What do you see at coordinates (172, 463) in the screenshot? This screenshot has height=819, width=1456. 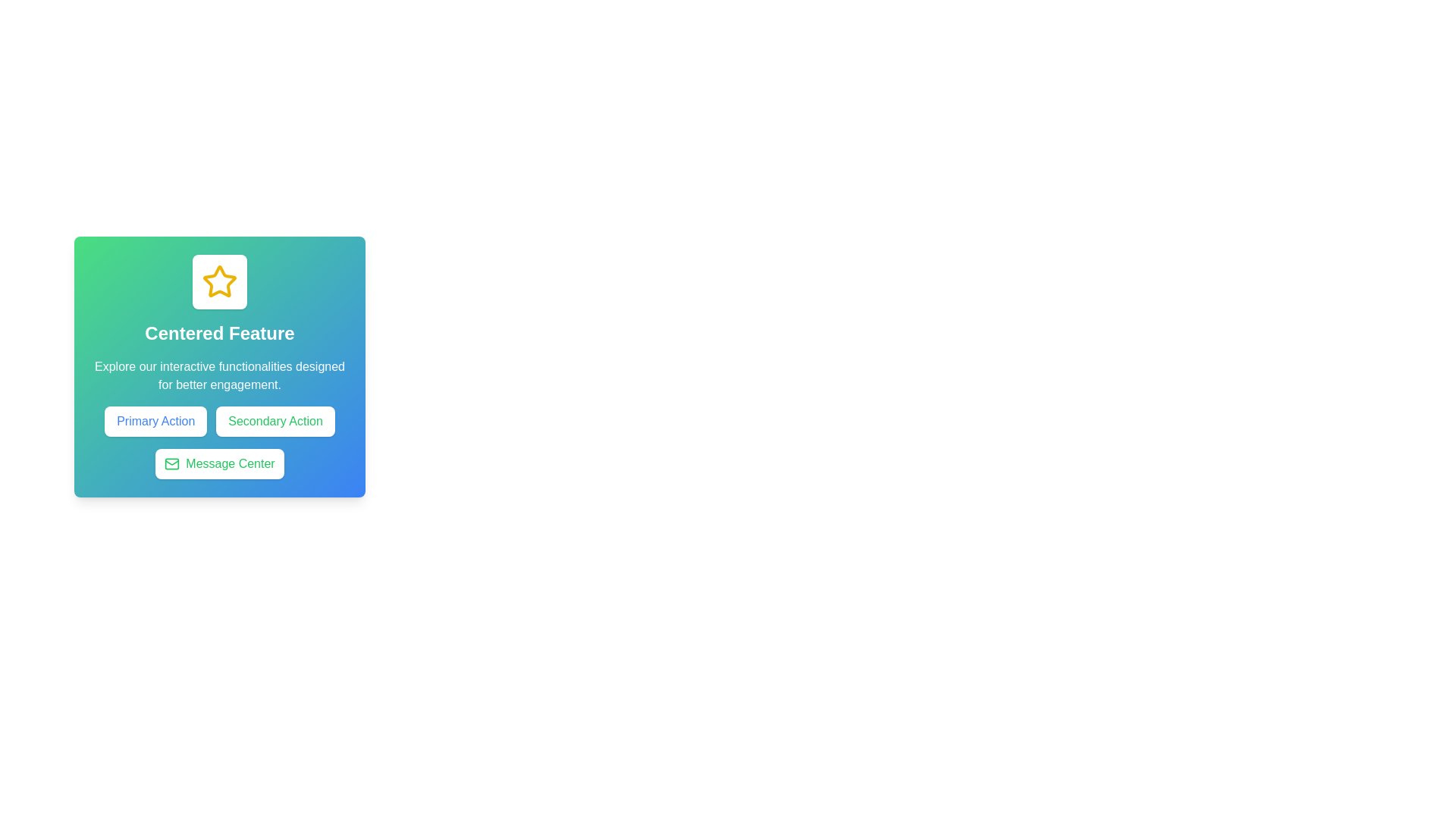 I see `the envelope icon representing the mail or message functionality located at the leftmost position inside the 'Message Center' button` at bounding box center [172, 463].